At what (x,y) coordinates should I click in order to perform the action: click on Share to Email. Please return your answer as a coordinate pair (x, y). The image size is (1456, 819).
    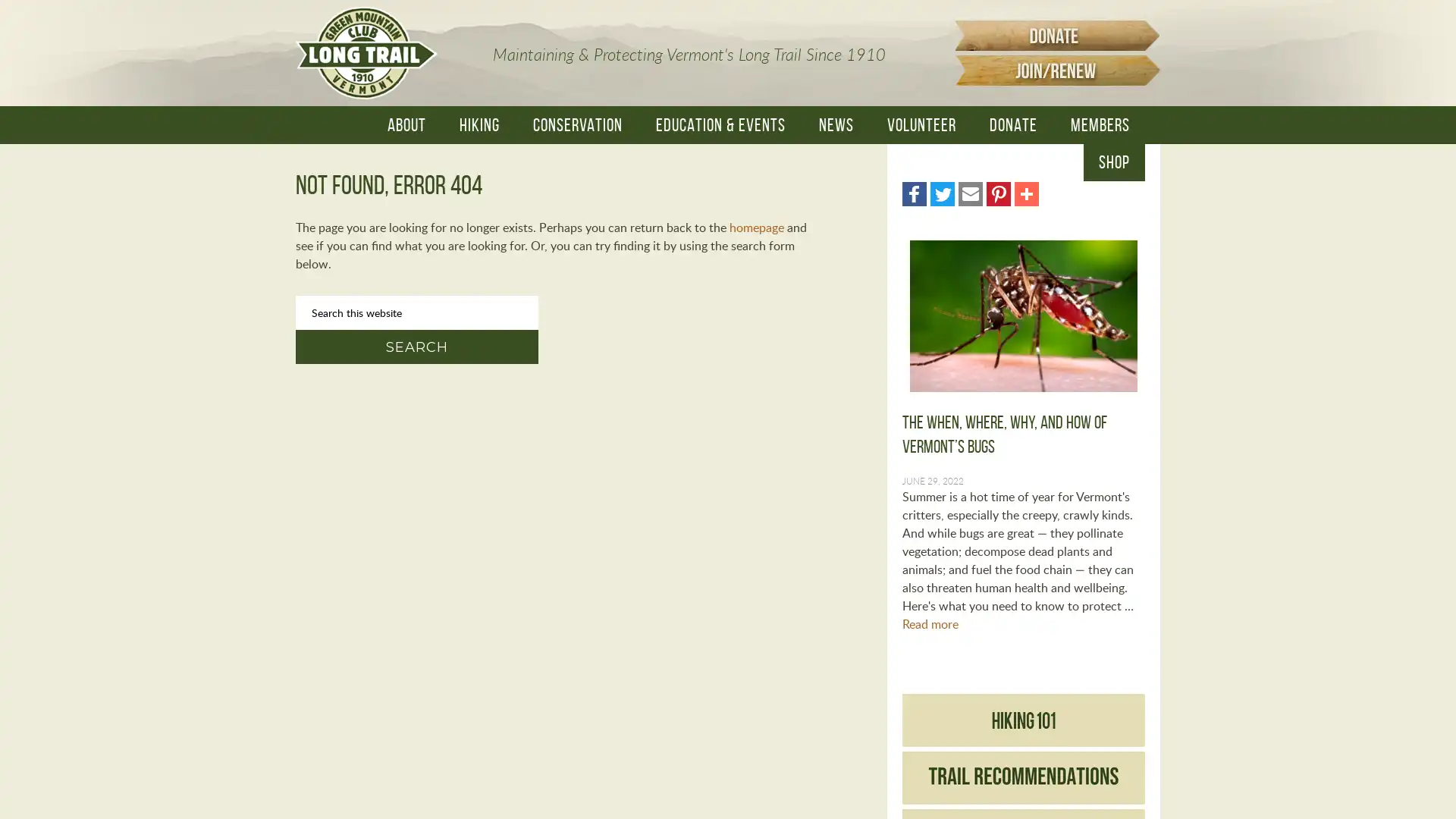
    Looking at the image, I should click on (971, 193).